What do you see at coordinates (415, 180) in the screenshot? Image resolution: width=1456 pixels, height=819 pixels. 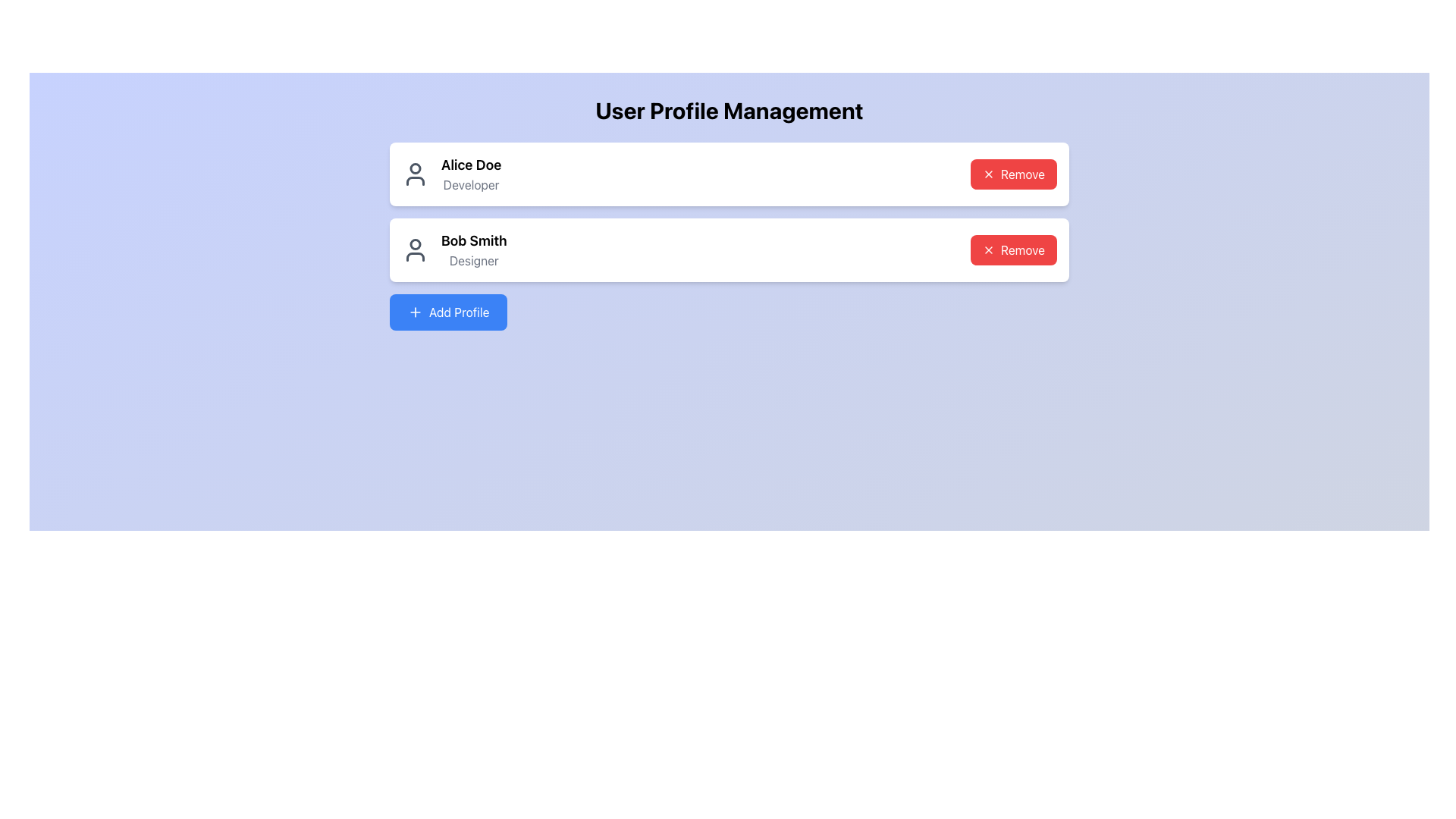 I see `the body portion of the user icon representing Alice Doe in the profile card for potential interaction` at bounding box center [415, 180].